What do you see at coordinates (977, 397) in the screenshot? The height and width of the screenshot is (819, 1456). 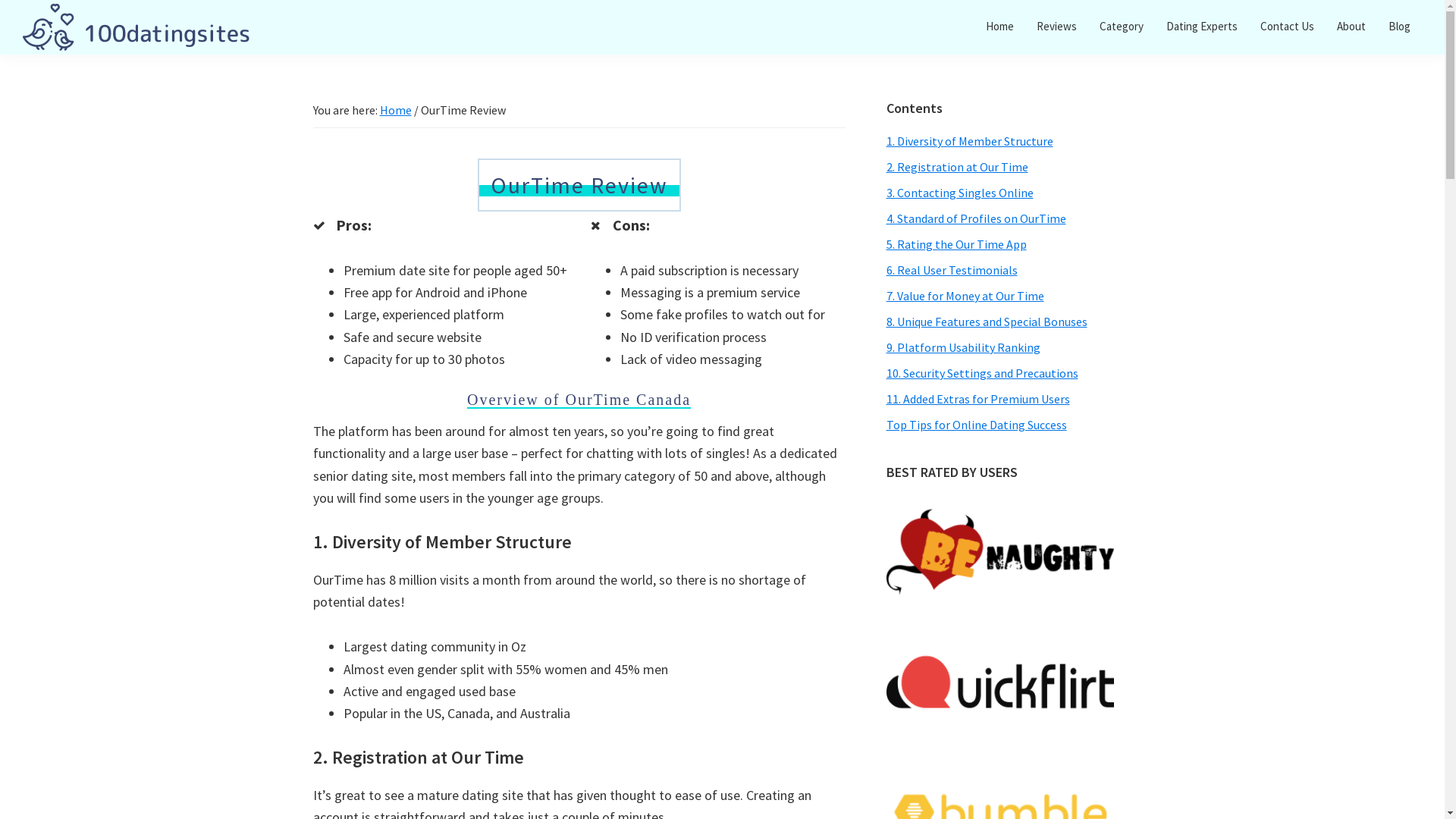 I see `'11. Added Extras for Premium Users'` at bounding box center [977, 397].